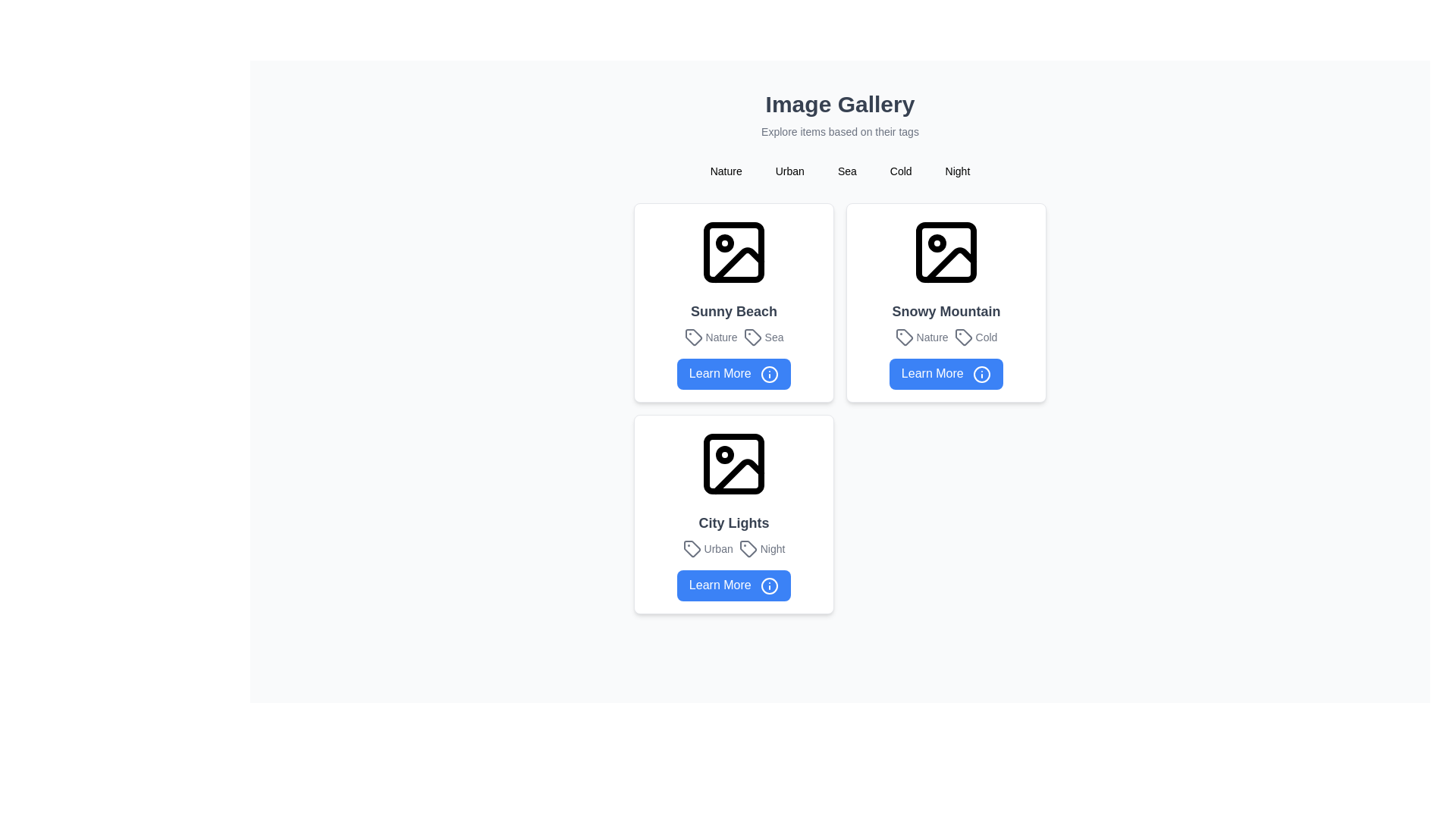 The image size is (1456, 819). I want to click on the 'Snowy Mountain' card, which is the second card in the grid layout, providing a preview of its associated content and tags, so click(946, 302).